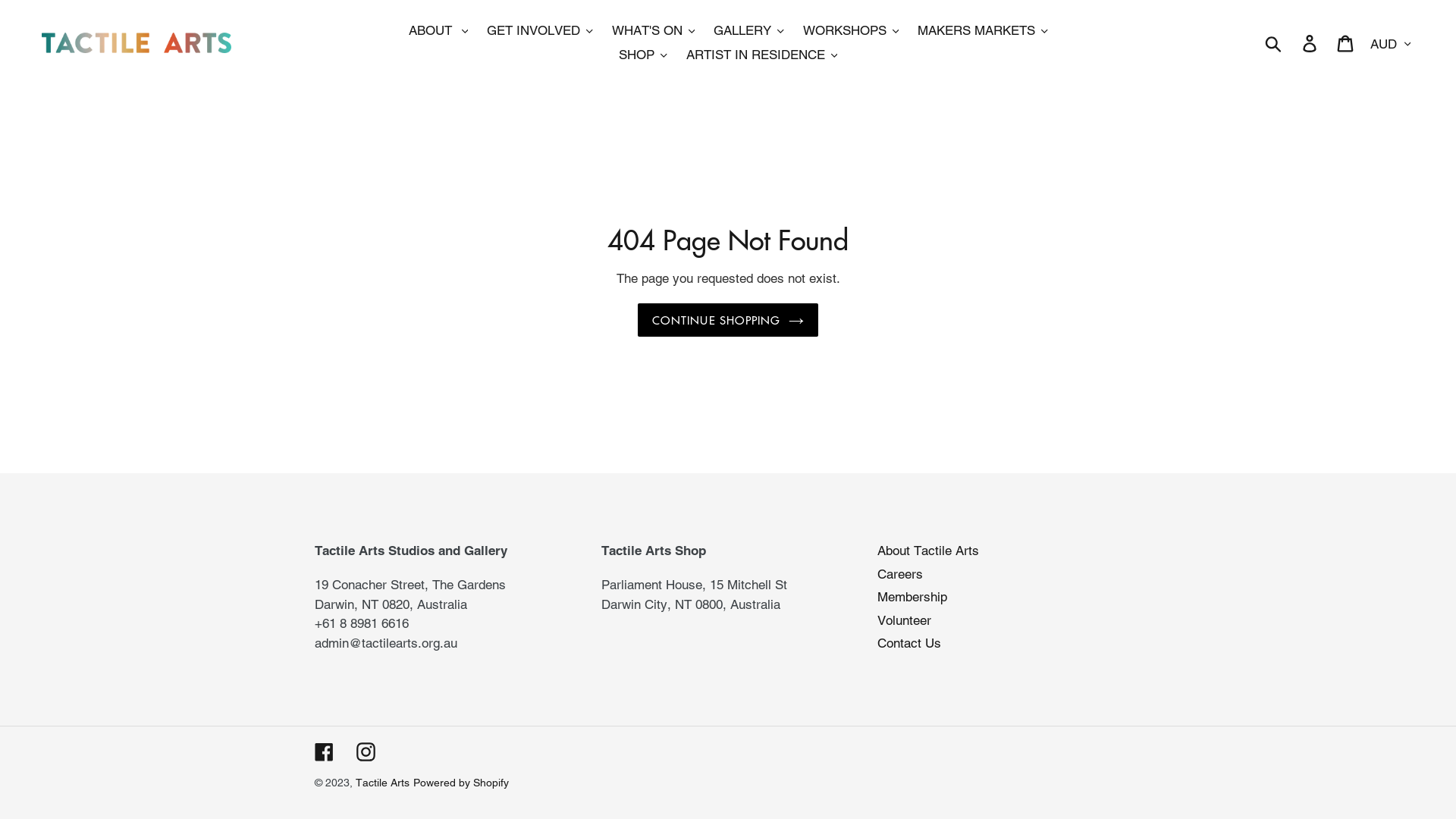 This screenshot has height=819, width=1456. What do you see at coordinates (1291, 42) in the screenshot?
I see `'Log in'` at bounding box center [1291, 42].